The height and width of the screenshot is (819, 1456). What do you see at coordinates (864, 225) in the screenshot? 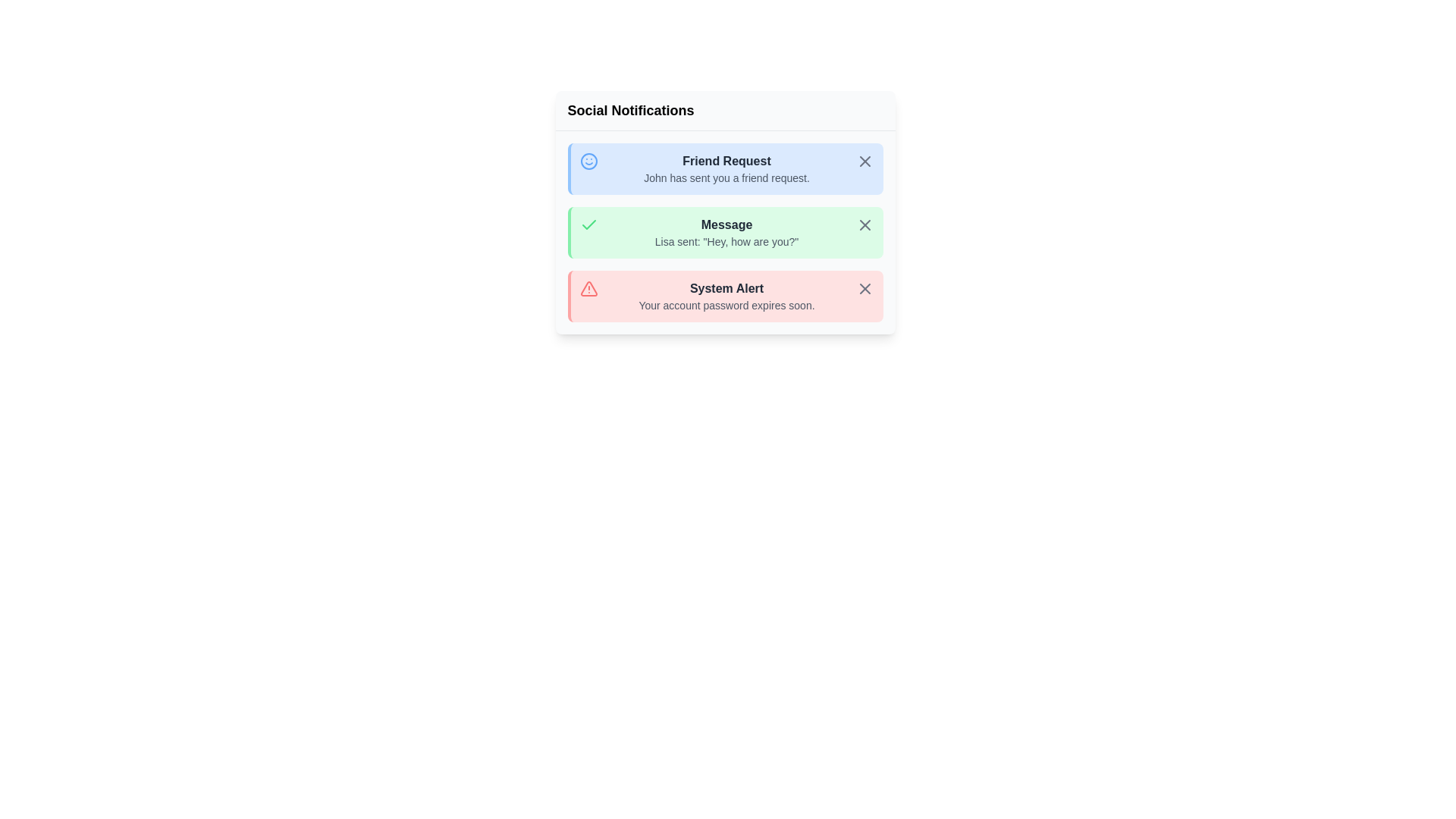
I see `the close icon button represented as 'X' styled in gray color located in the top-right corner of the 'Message' notification box to change its color` at bounding box center [864, 225].